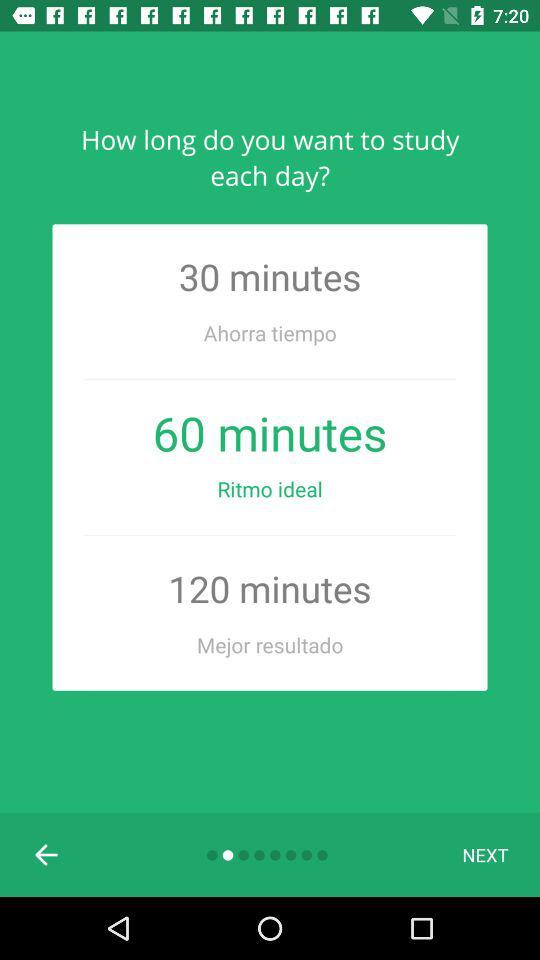  What do you see at coordinates (47, 853) in the screenshot?
I see `the item to the left of the next` at bounding box center [47, 853].